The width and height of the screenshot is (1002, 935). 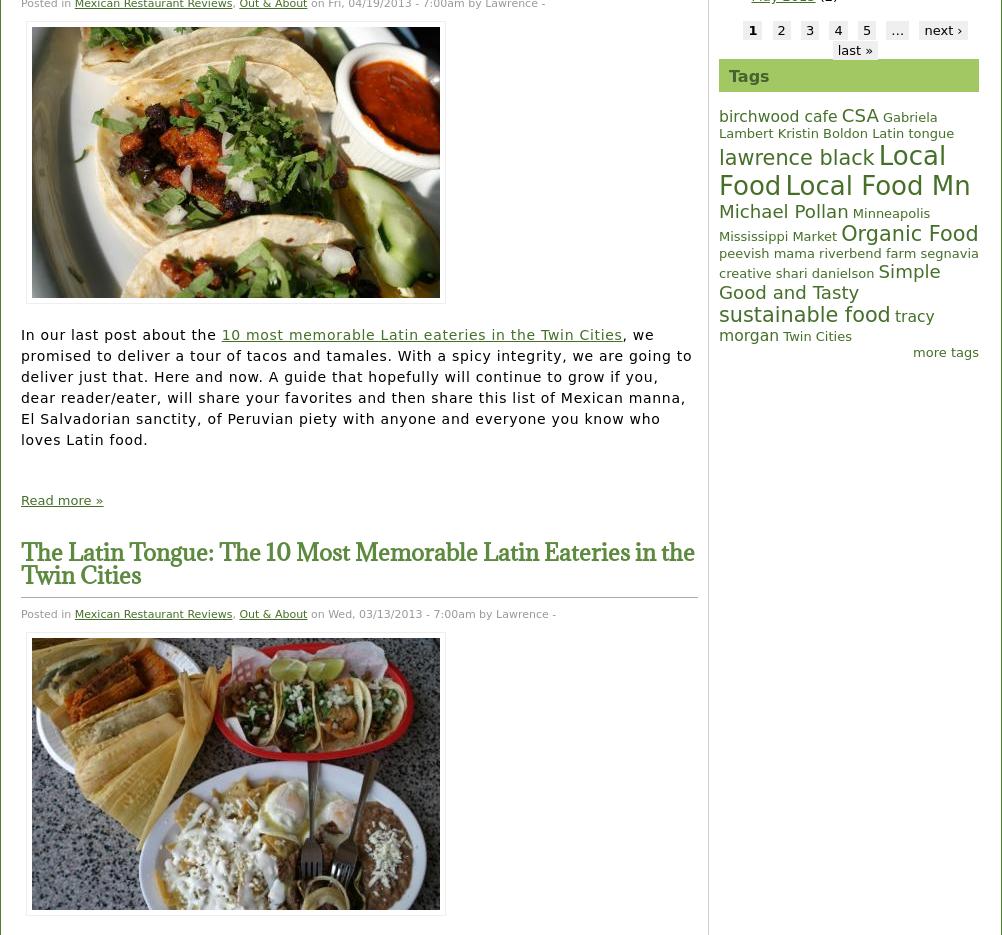 What do you see at coordinates (803, 315) in the screenshot?
I see `'sustainable food'` at bounding box center [803, 315].